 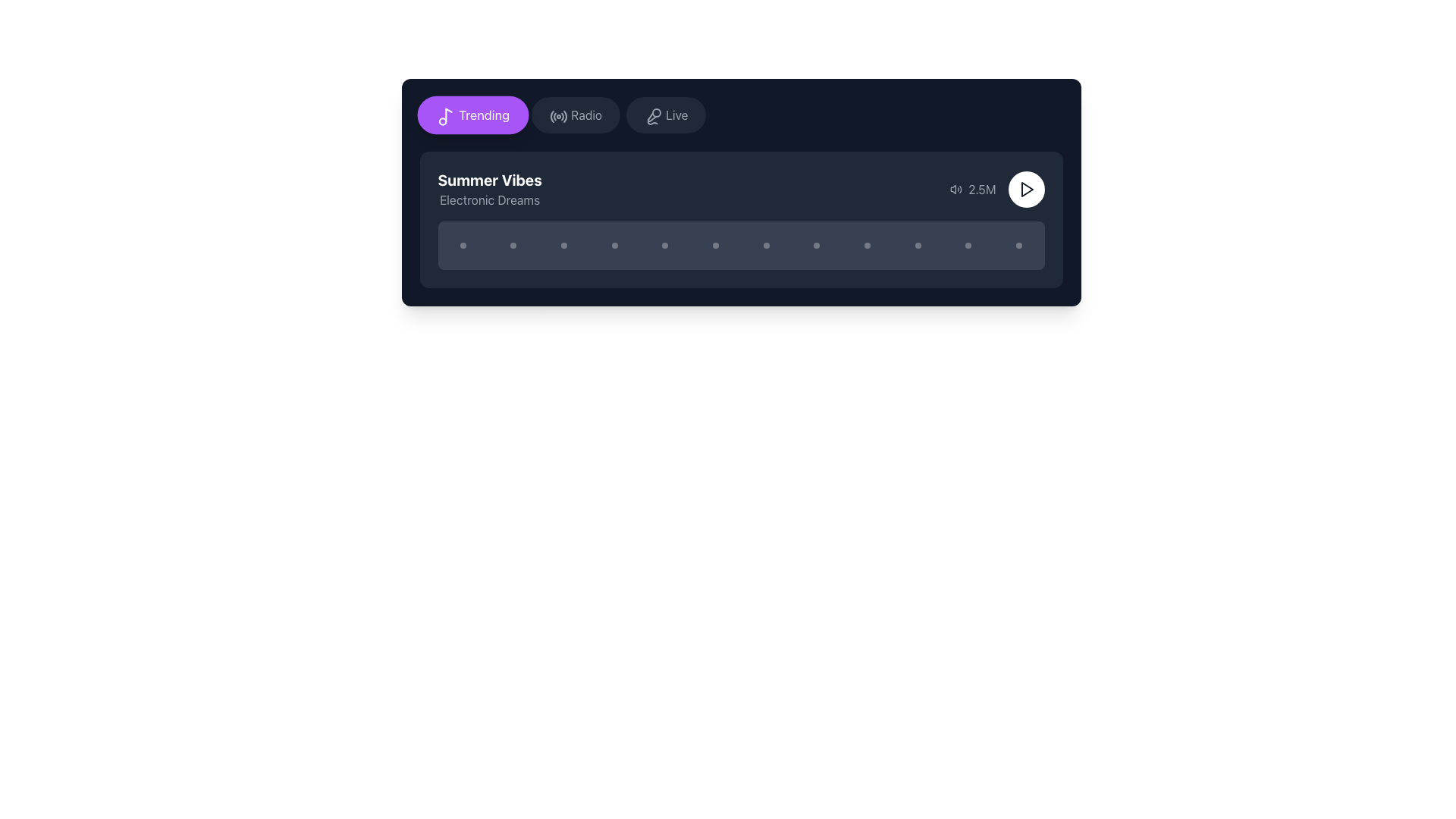 What do you see at coordinates (741, 245) in the screenshot?
I see `the progress indicator located at the bottom of the media card for the 'Summer Vibes' album, which shows playback progress` at bounding box center [741, 245].